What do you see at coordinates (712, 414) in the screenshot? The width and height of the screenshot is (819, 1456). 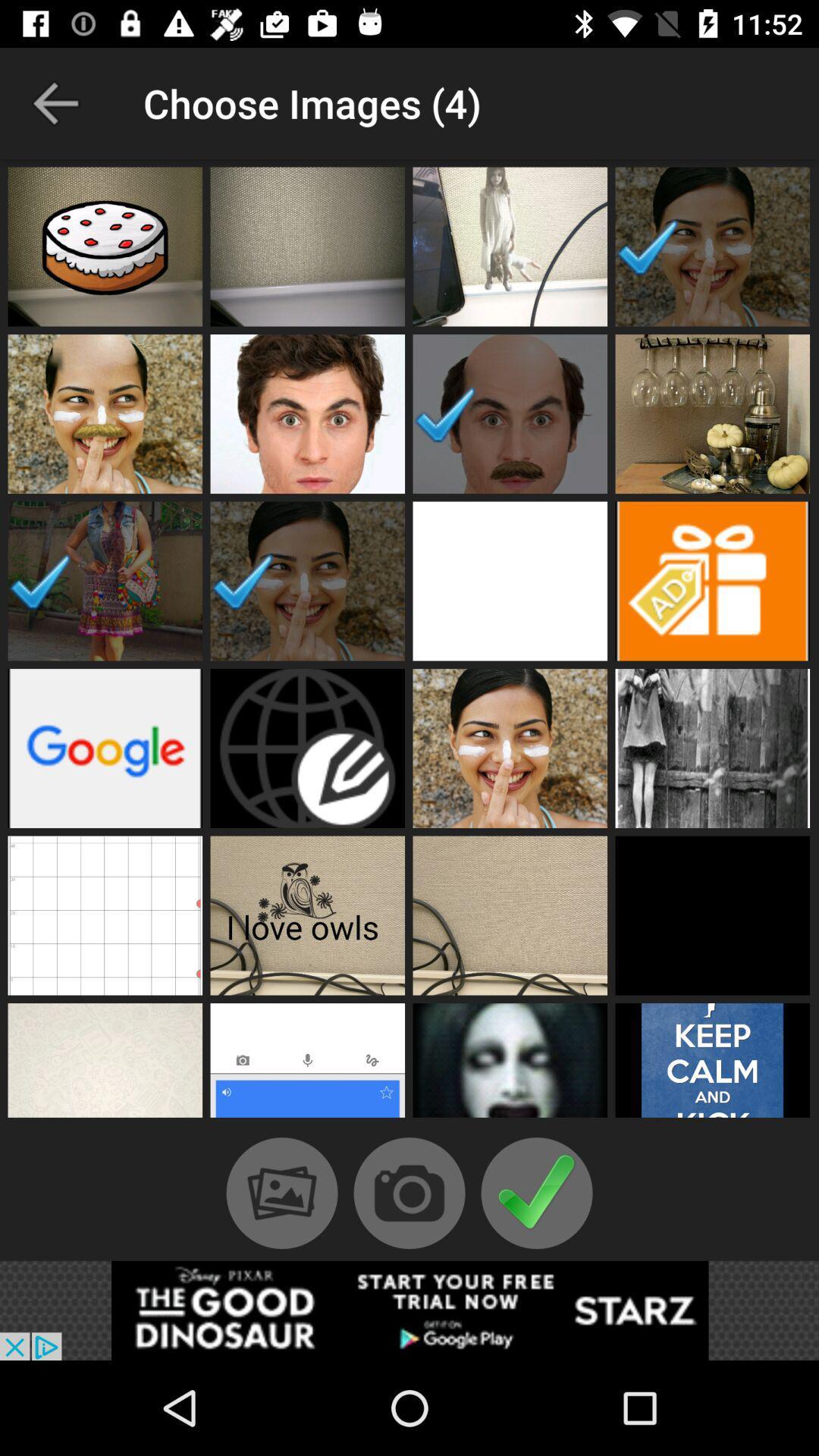 I see `choose image` at bounding box center [712, 414].